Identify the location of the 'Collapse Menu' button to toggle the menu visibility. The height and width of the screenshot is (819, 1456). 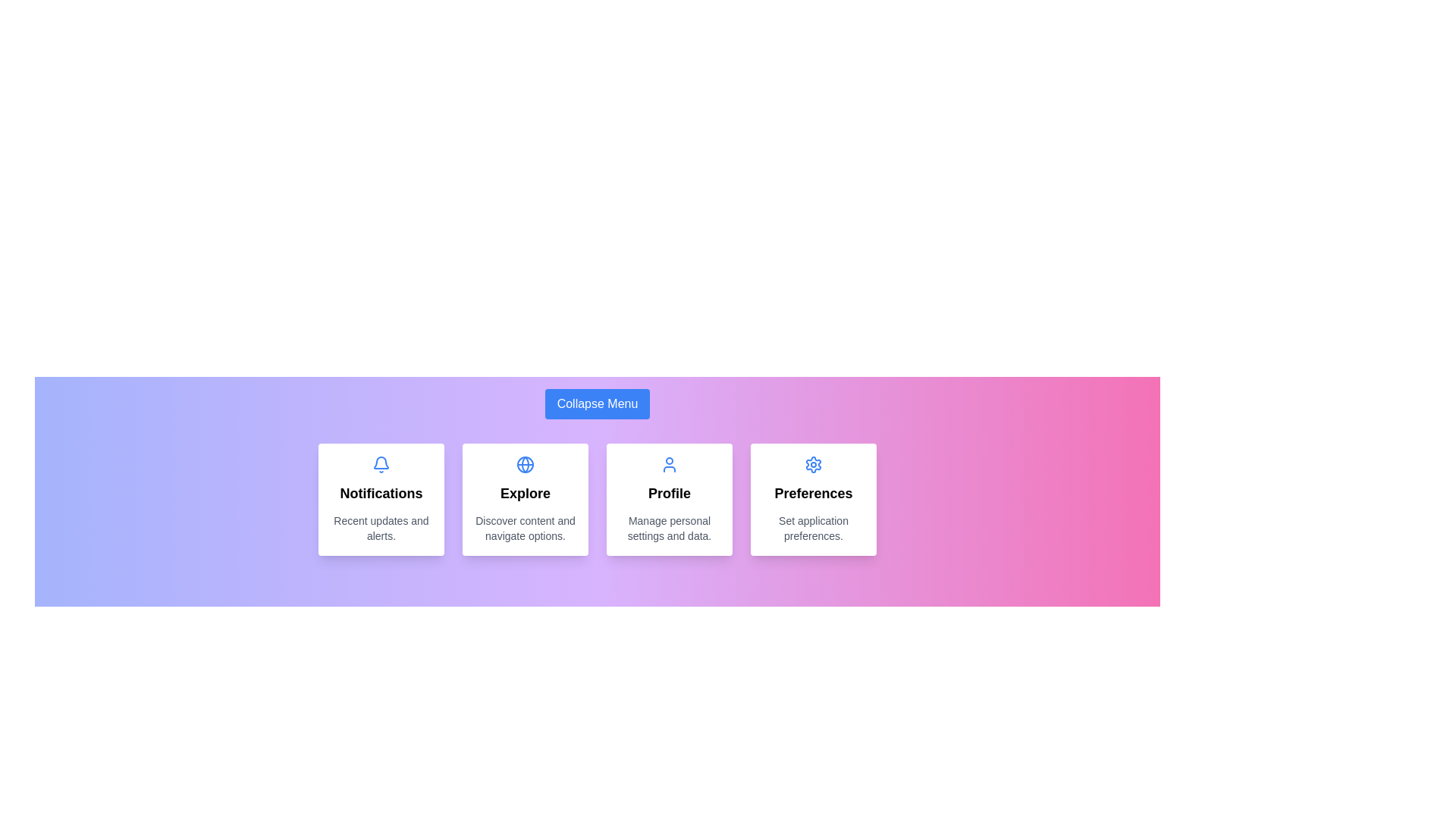
(596, 403).